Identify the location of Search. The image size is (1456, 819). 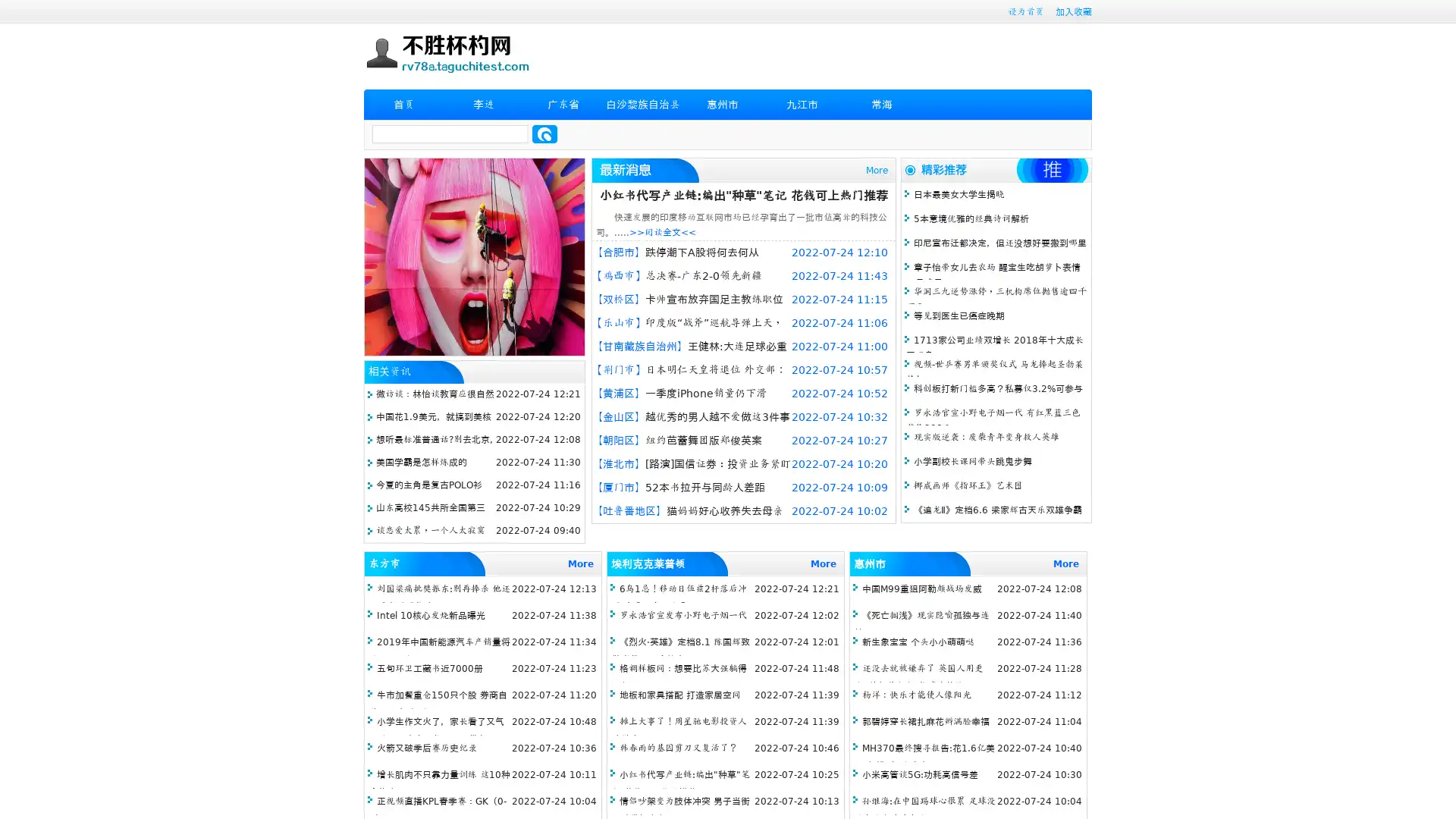
(544, 133).